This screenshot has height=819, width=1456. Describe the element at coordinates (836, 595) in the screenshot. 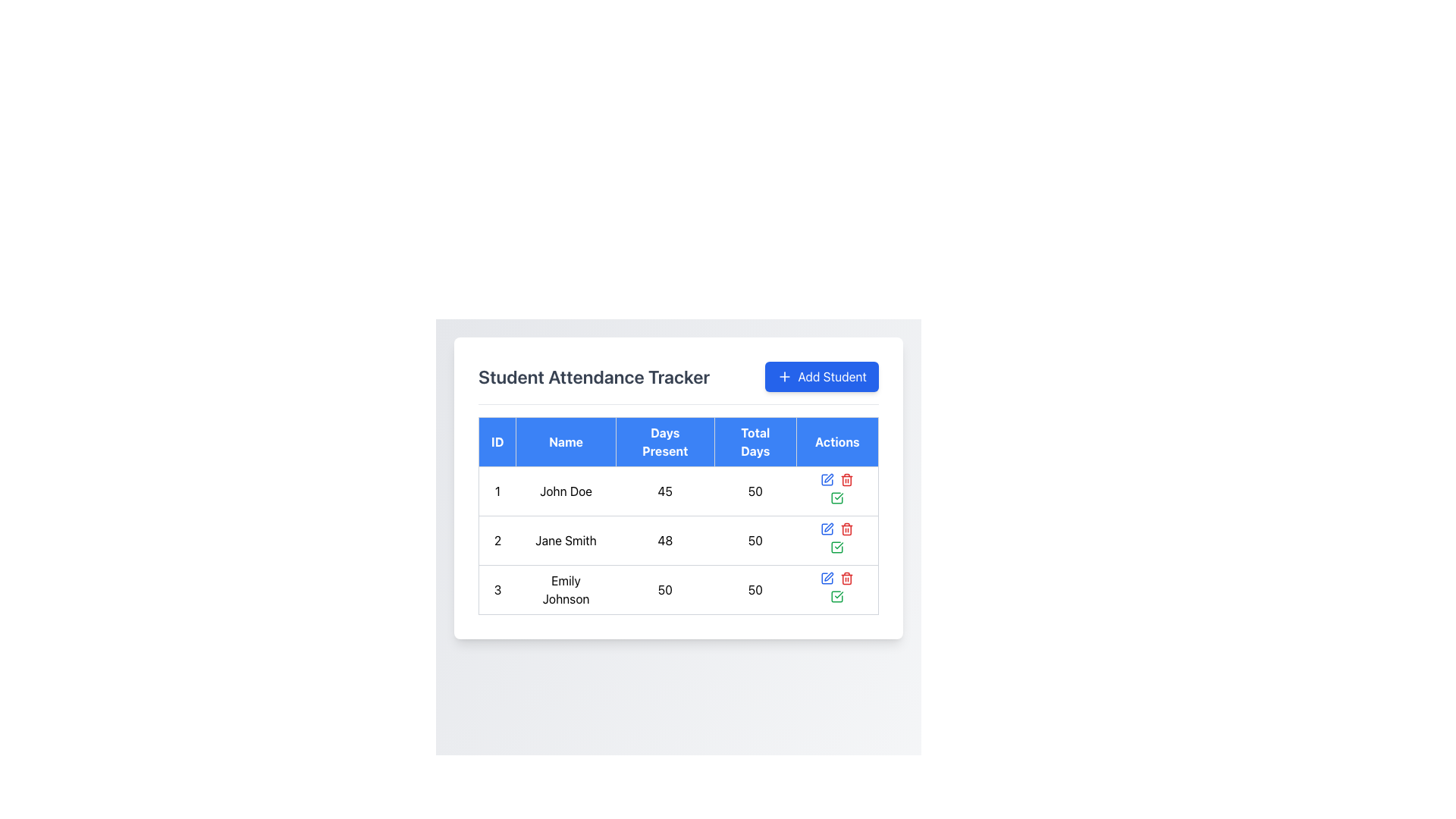

I see `the green checkmark icon in the 'Actions' column of the third row of the table` at that location.